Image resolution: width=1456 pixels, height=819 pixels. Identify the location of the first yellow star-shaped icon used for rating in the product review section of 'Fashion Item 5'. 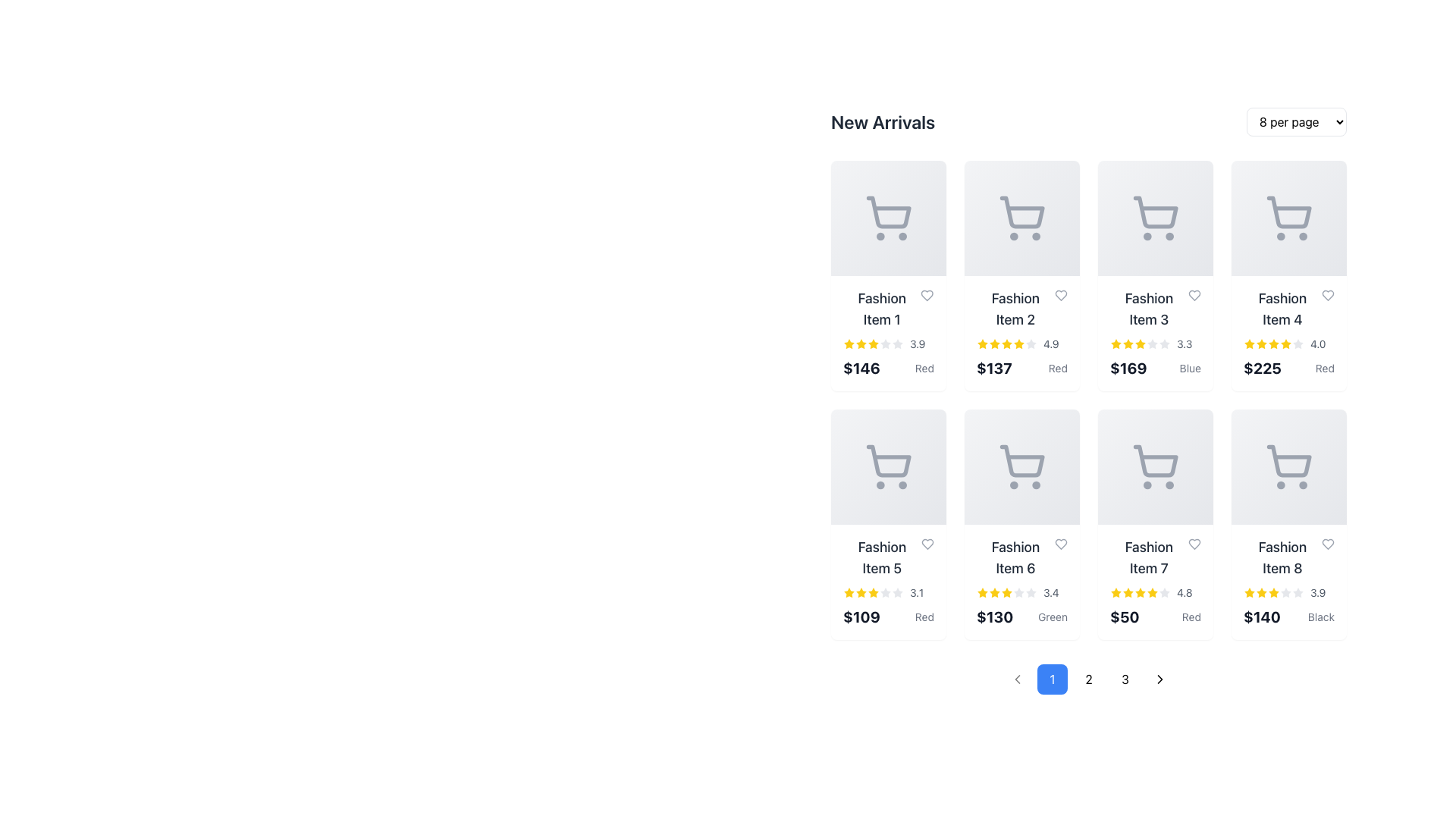
(848, 592).